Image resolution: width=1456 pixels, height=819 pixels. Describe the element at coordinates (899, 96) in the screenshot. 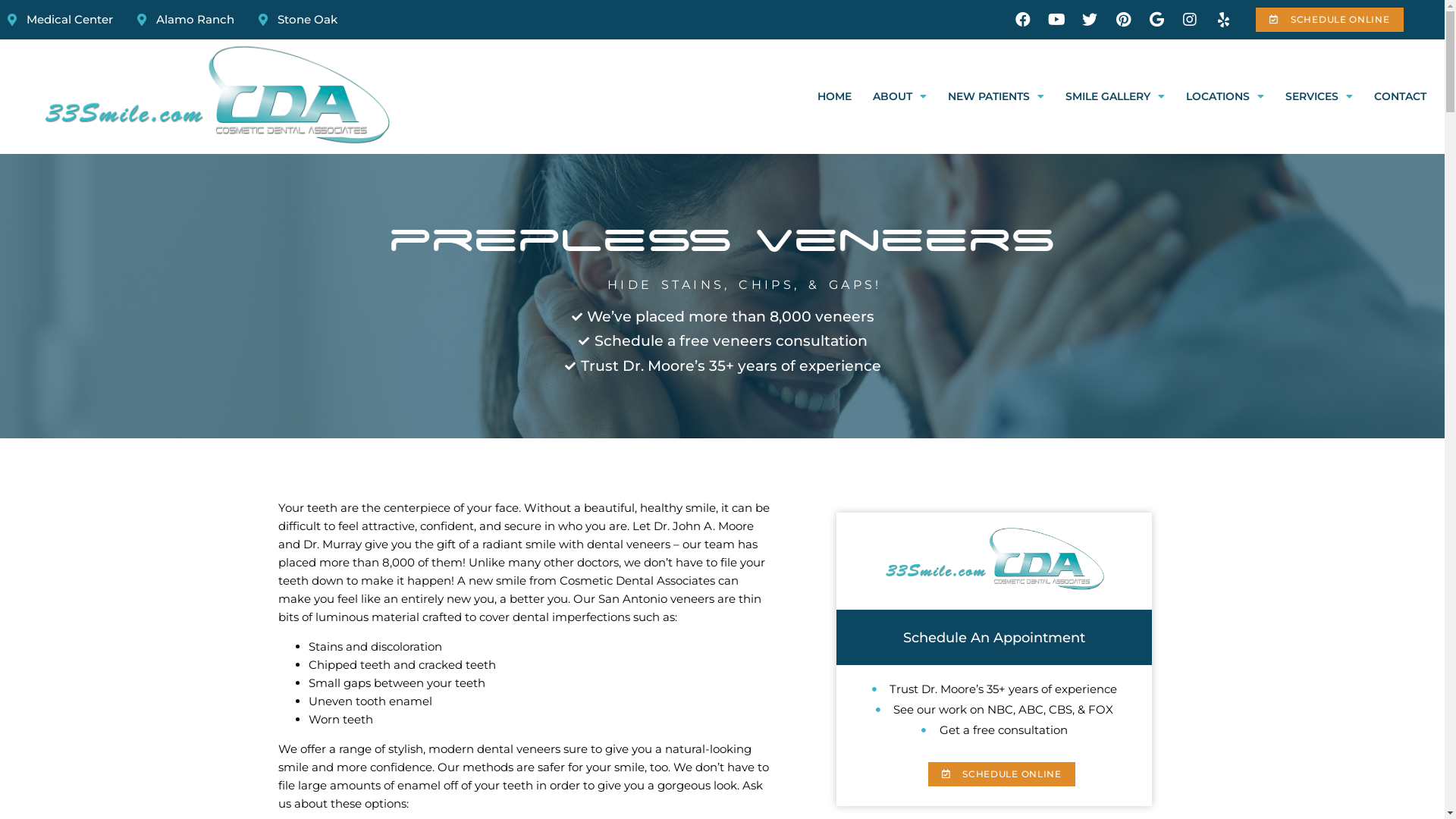

I see `'ABOUT'` at that location.